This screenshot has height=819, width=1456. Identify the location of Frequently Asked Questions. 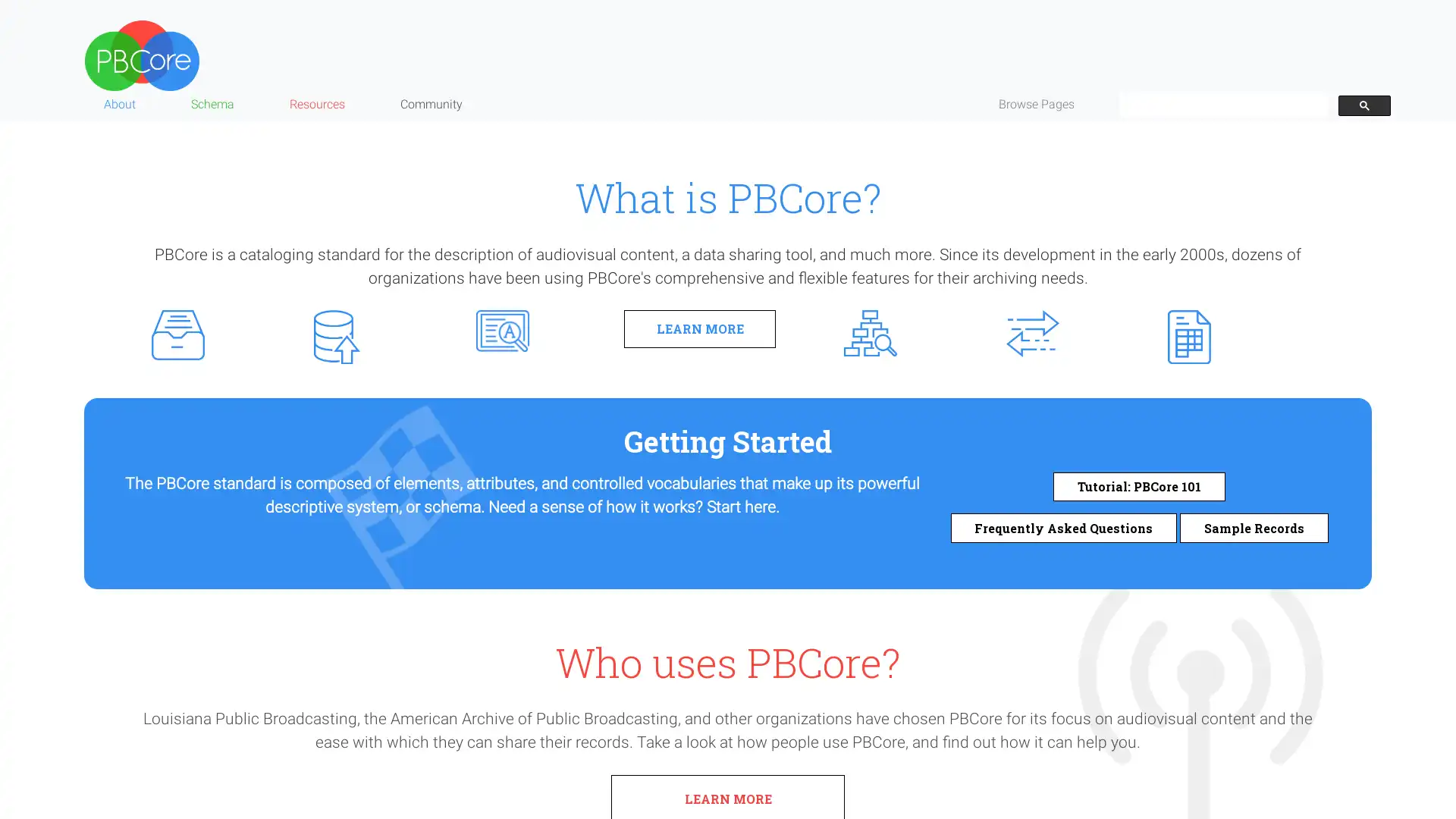
(1062, 526).